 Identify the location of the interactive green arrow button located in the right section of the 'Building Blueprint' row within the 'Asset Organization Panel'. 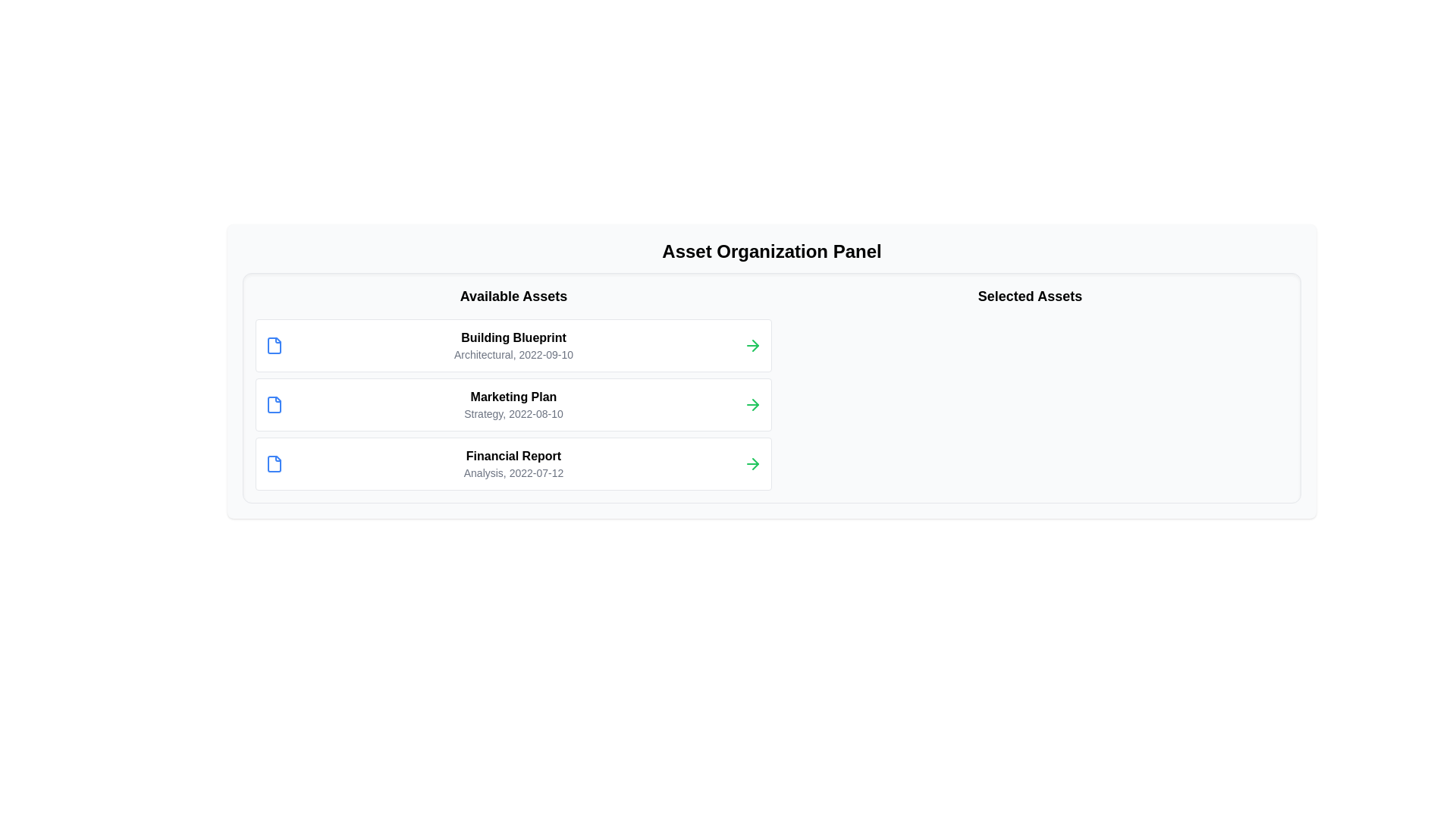
(753, 345).